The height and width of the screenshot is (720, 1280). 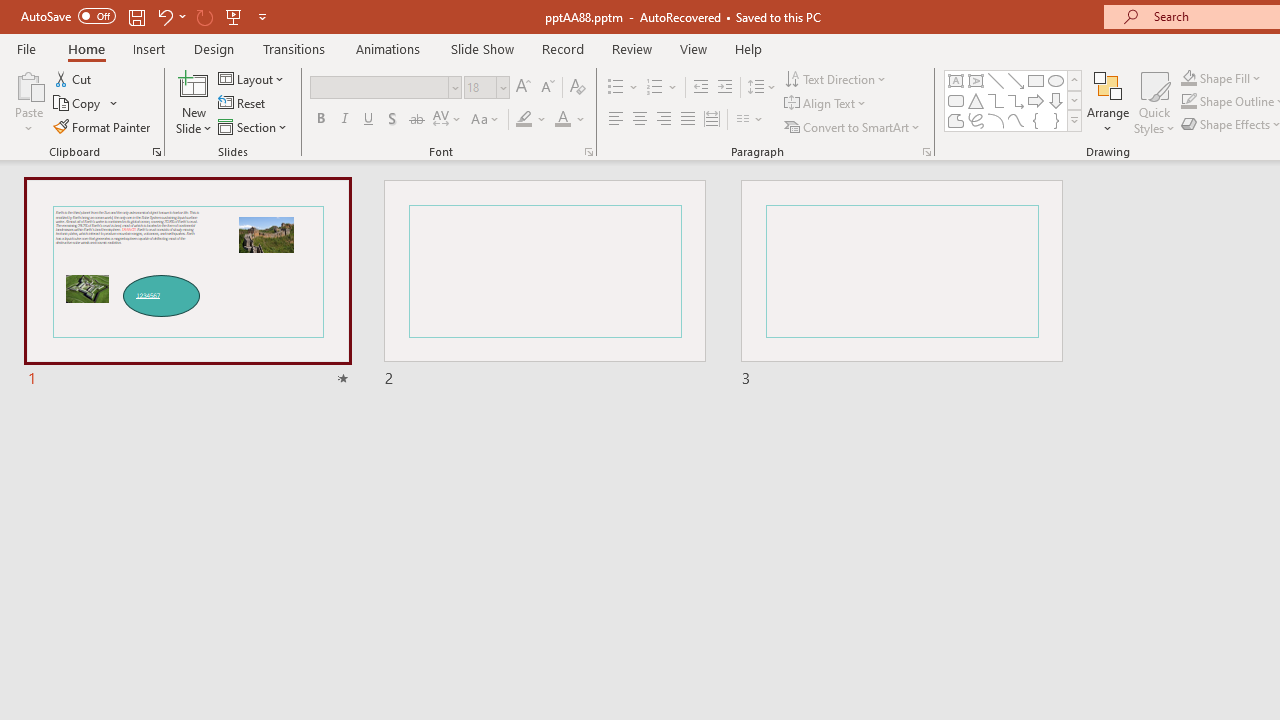 What do you see at coordinates (1036, 80) in the screenshot?
I see `'Rectangle'` at bounding box center [1036, 80].